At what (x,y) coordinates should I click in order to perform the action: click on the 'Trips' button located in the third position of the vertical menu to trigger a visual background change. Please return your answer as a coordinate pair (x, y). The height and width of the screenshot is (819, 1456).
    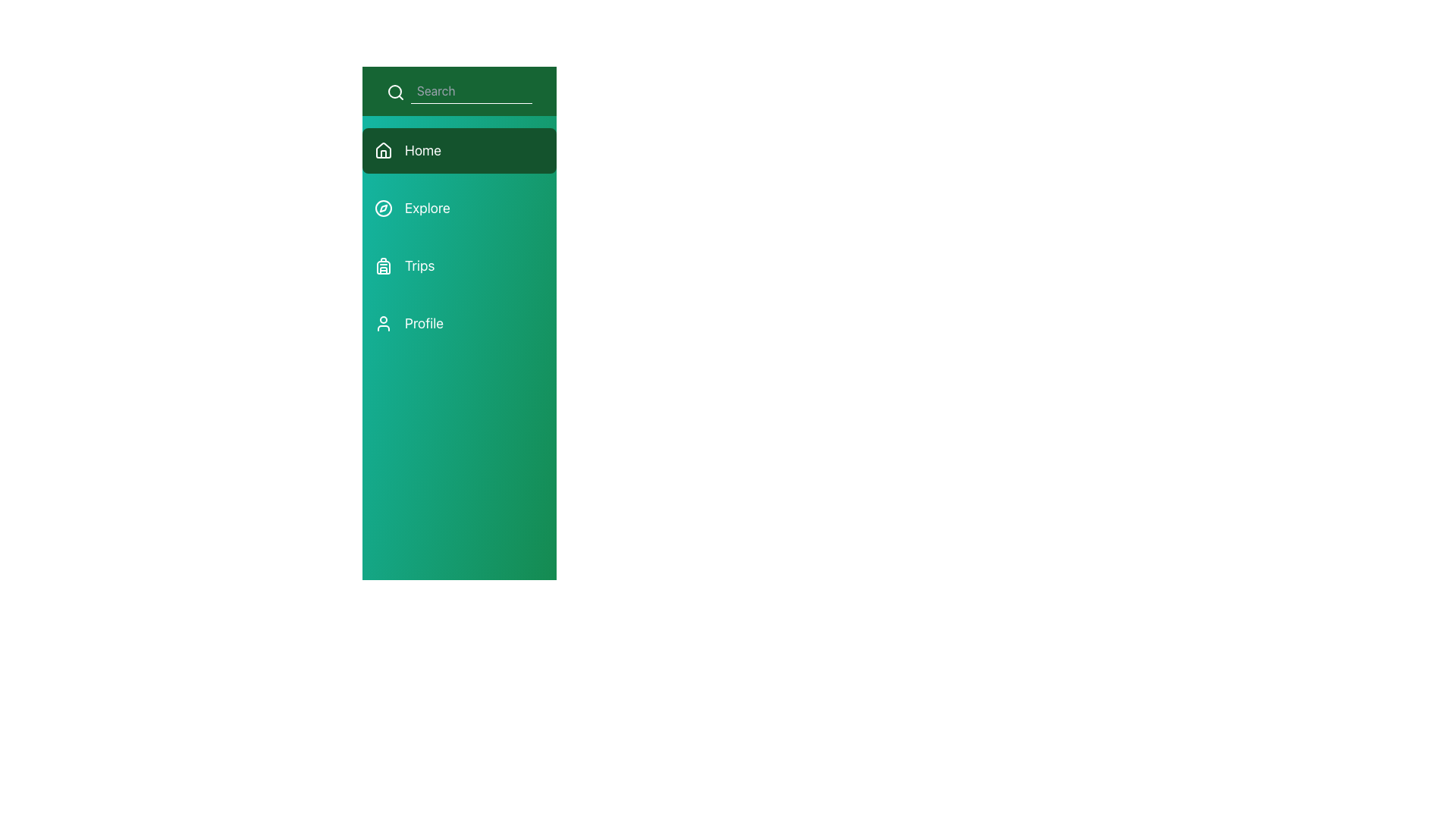
    Looking at the image, I should click on (458, 265).